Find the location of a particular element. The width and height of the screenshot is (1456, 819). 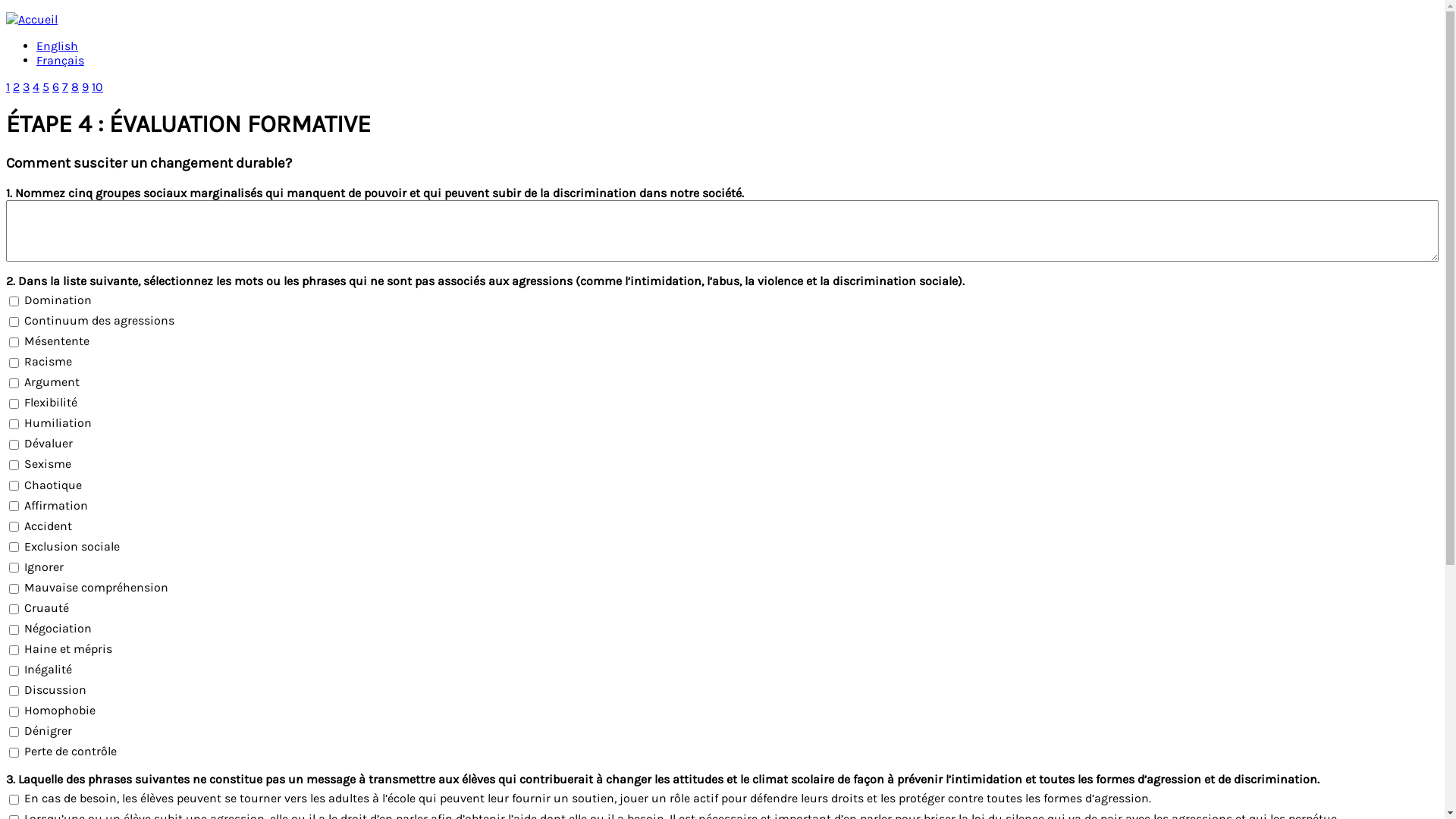

'Jump to navigation' is located at coordinates (60, 12).